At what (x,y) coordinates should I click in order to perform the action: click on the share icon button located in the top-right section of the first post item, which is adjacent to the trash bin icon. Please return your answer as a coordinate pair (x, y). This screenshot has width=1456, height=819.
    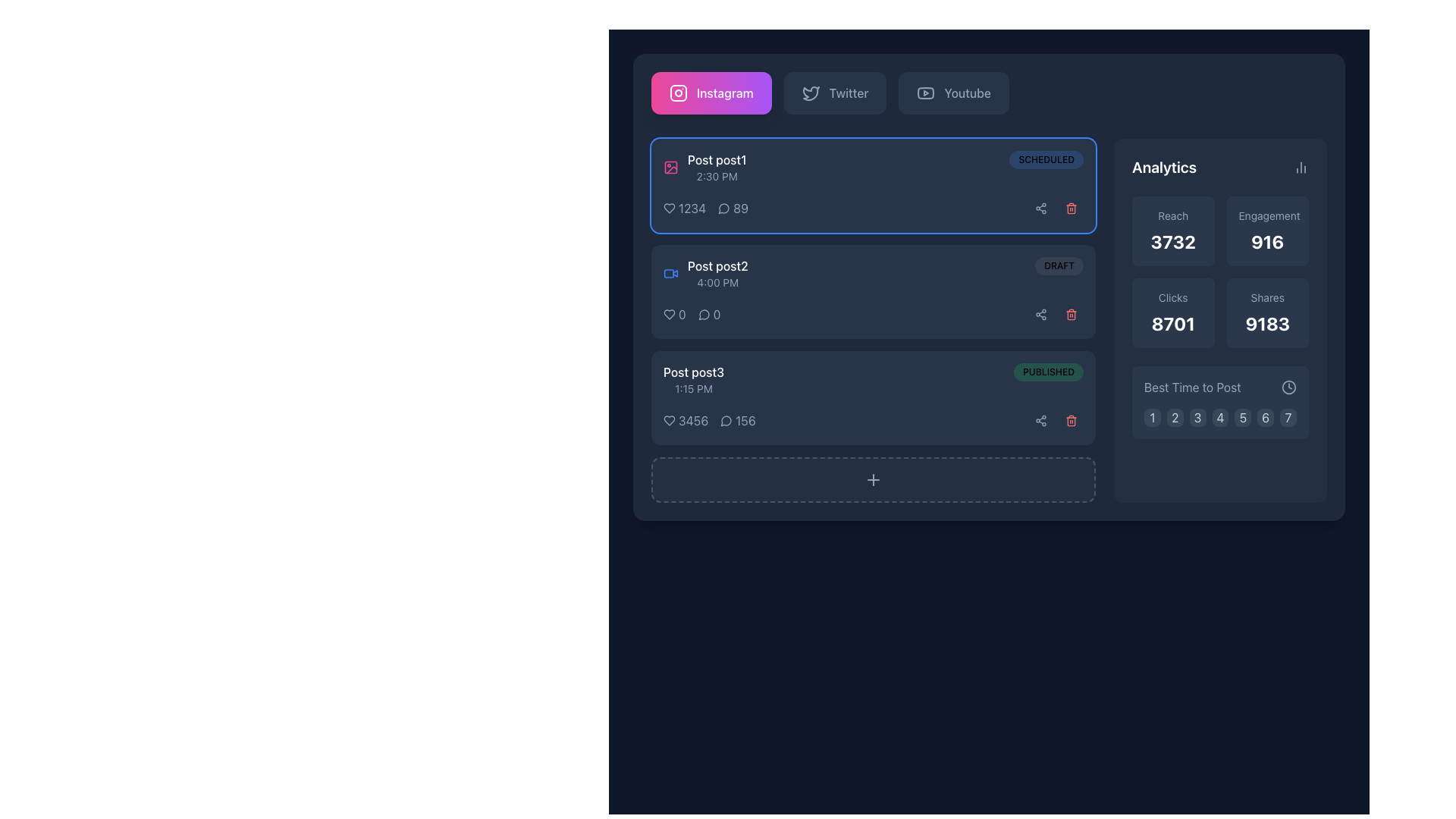
    Looking at the image, I should click on (1040, 208).